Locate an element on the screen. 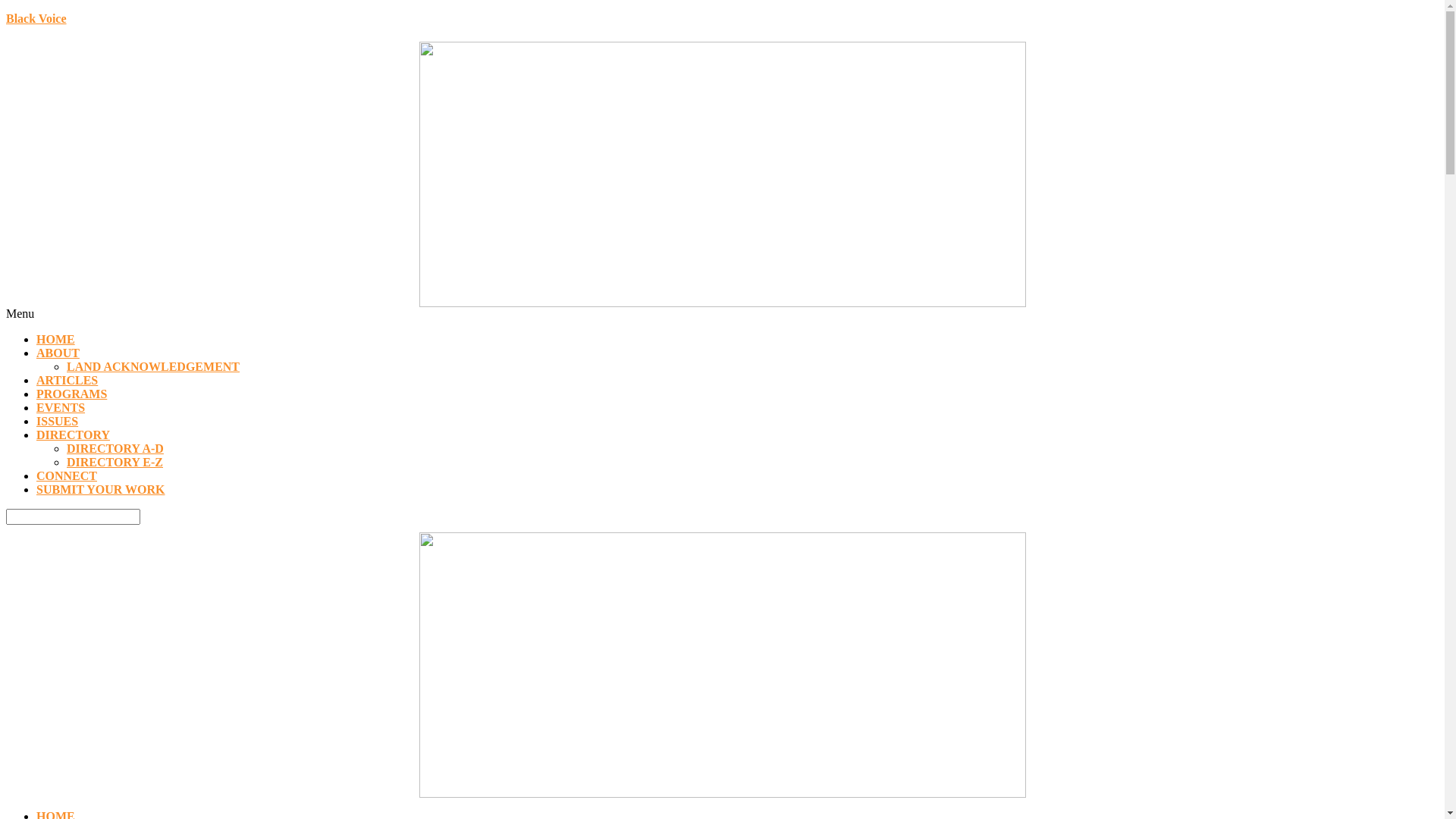 The width and height of the screenshot is (1456, 819). 'LAND ACKNOWLEDGEMENT' is located at coordinates (152, 366).